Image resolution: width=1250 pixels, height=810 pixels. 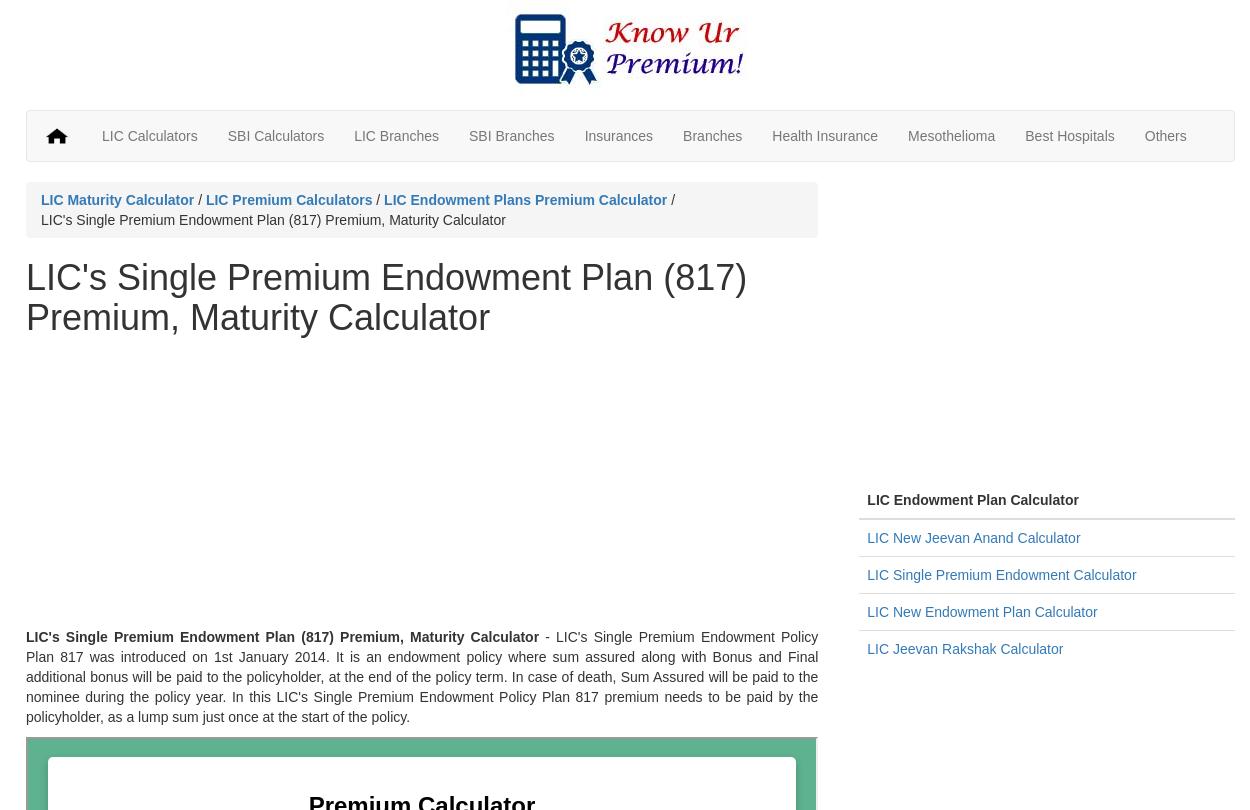 What do you see at coordinates (1068, 135) in the screenshot?
I see `'Best Hospitals'` at bounding box center [1068, 135].